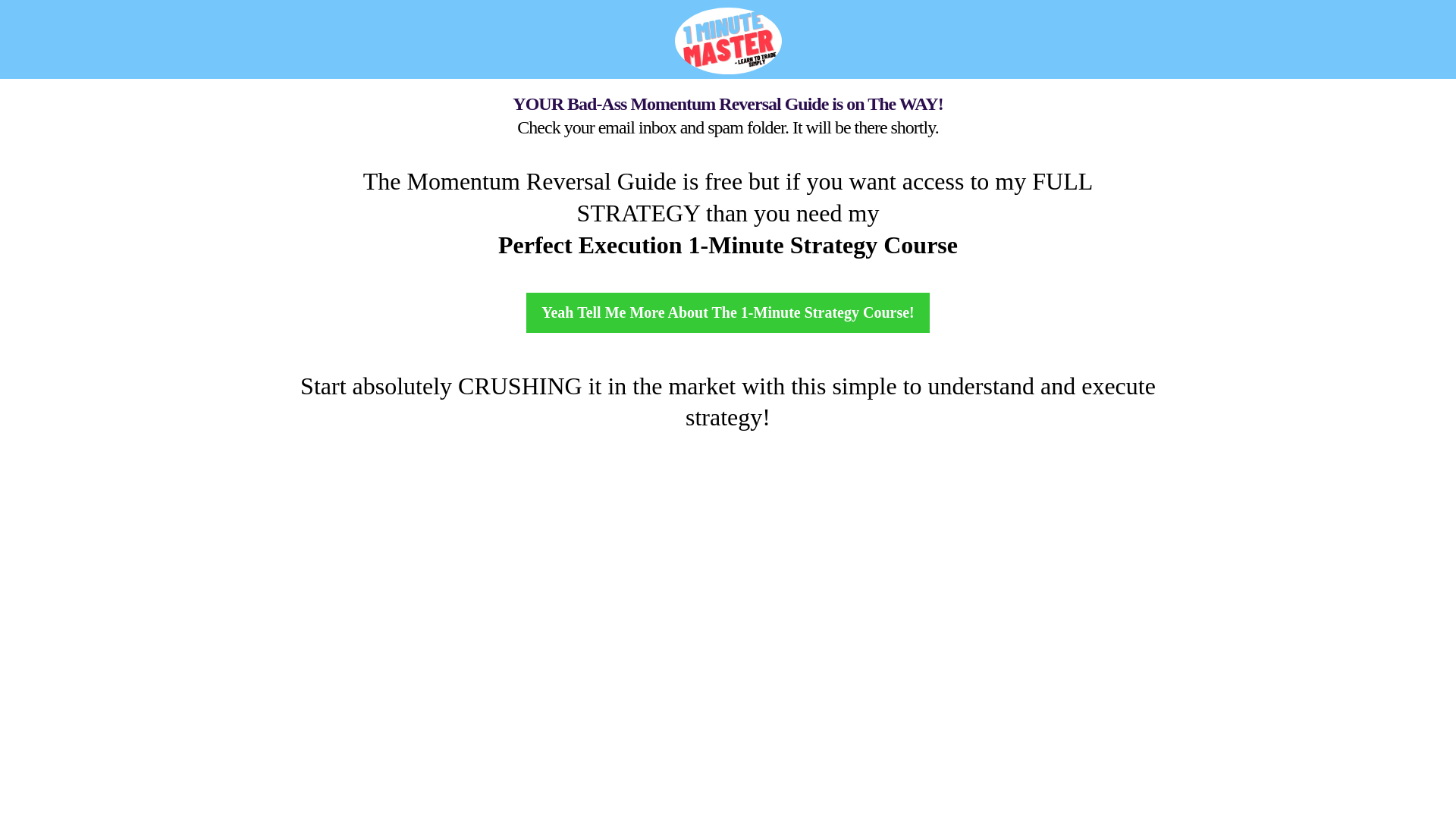 This screenshot has height=819, width=1456. Describe the element at coordinates (726, 312) in the screenshot. I see `'Yeah Tell Me More About The 1-Minute Strategy Course!'` at that location.